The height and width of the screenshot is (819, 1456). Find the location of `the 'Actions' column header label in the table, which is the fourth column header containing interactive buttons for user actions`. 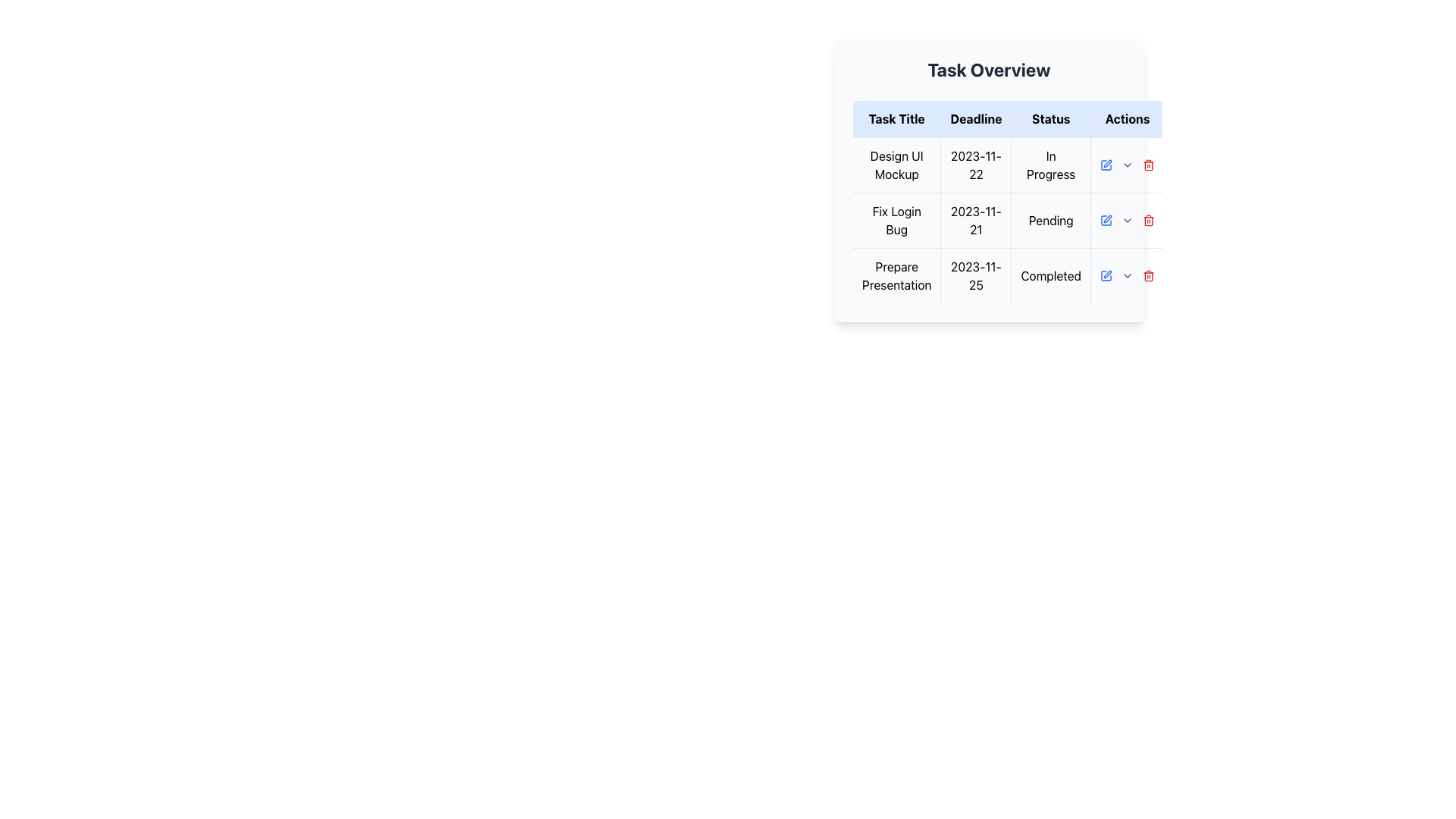

the 'Actions' column header label in the table, which is the fourth column header containing interactive buttons for user actions is located at coordinates (1128, 118).